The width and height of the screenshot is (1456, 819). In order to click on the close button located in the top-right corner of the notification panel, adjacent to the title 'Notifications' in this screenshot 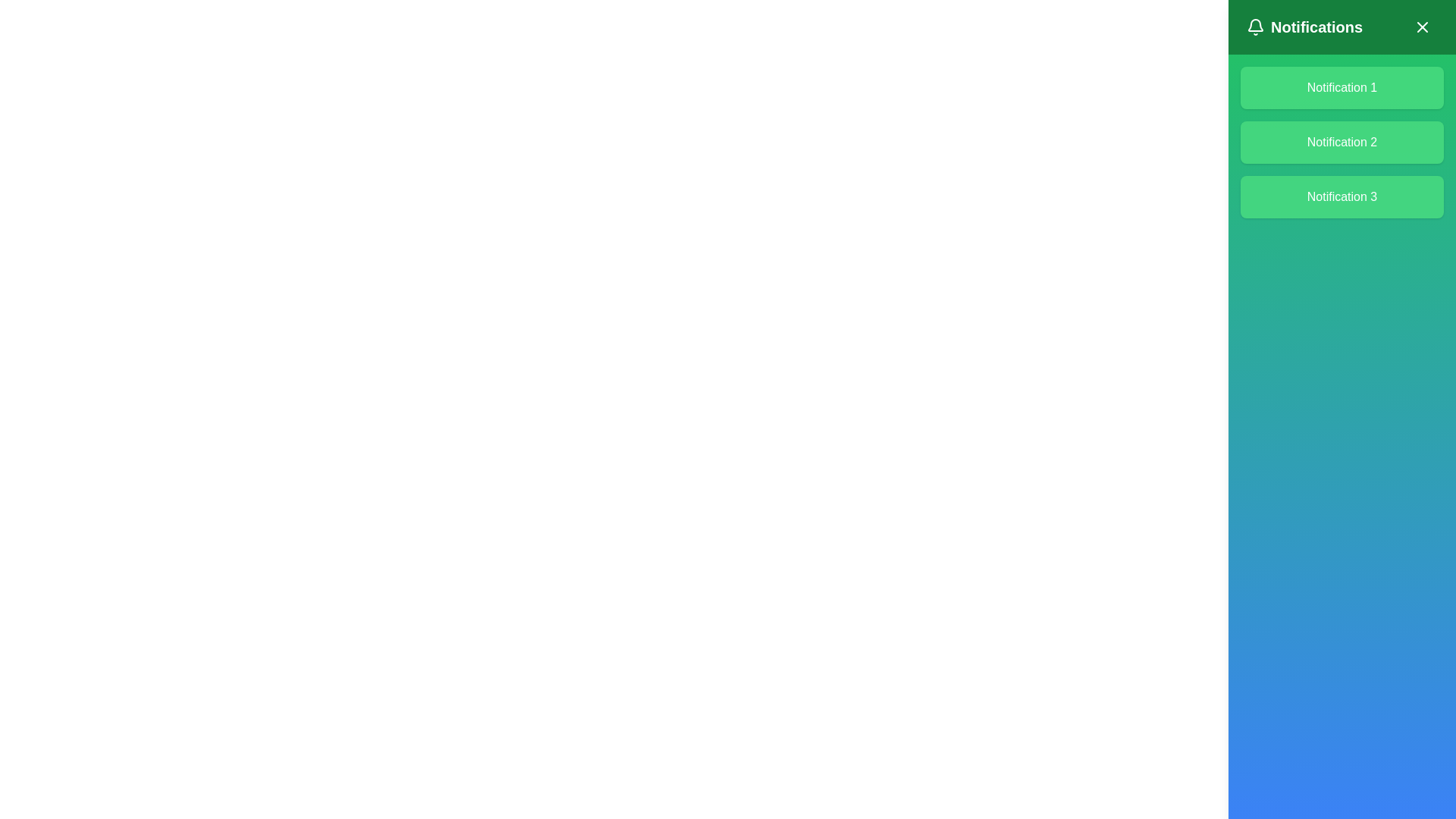, I will do `click(1422, 27)`.